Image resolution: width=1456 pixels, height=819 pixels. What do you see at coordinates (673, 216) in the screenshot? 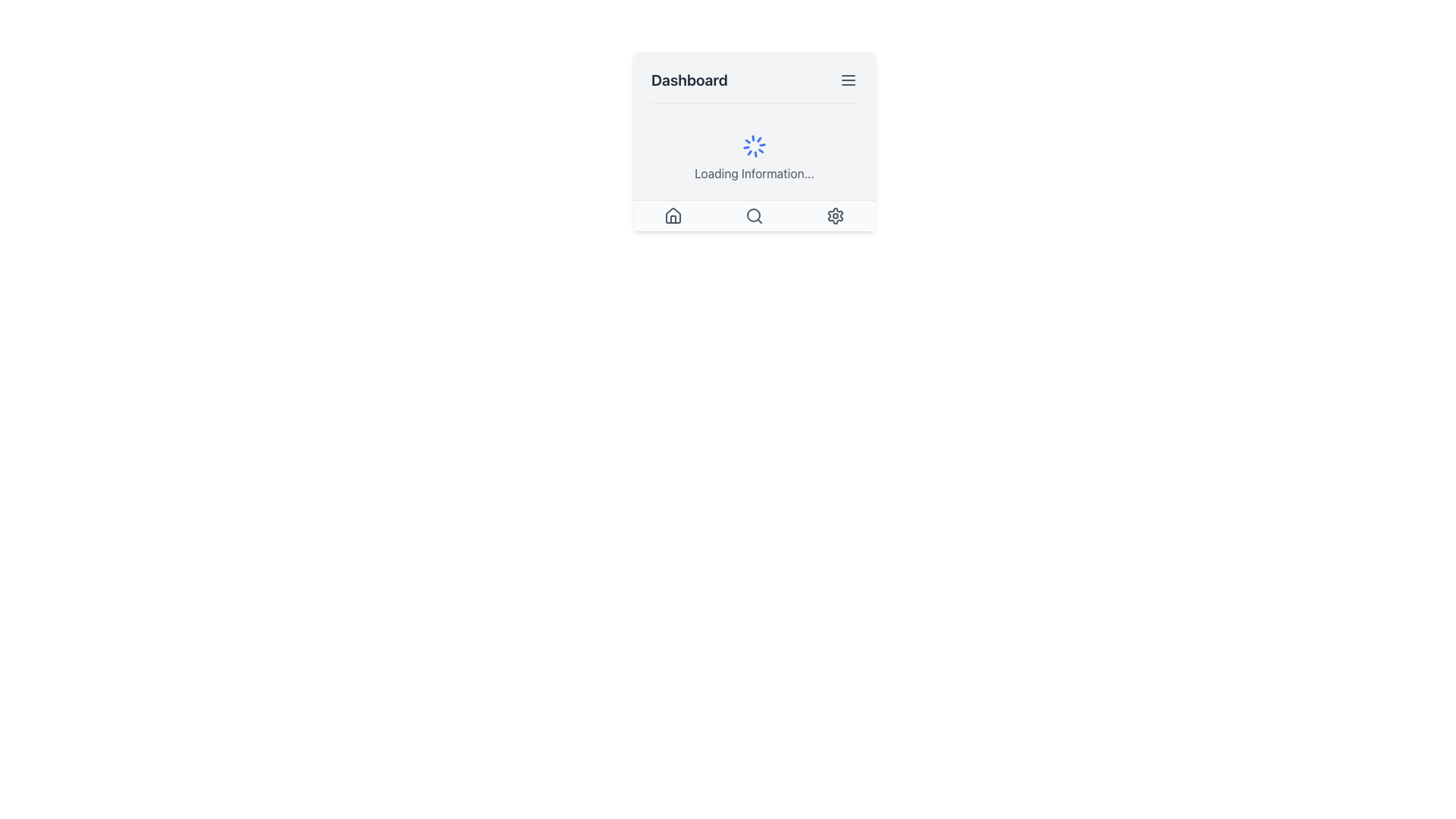
I see `the blue house-shaped icon button located at the bottom left of the interface` at bounding box center [673, 216].